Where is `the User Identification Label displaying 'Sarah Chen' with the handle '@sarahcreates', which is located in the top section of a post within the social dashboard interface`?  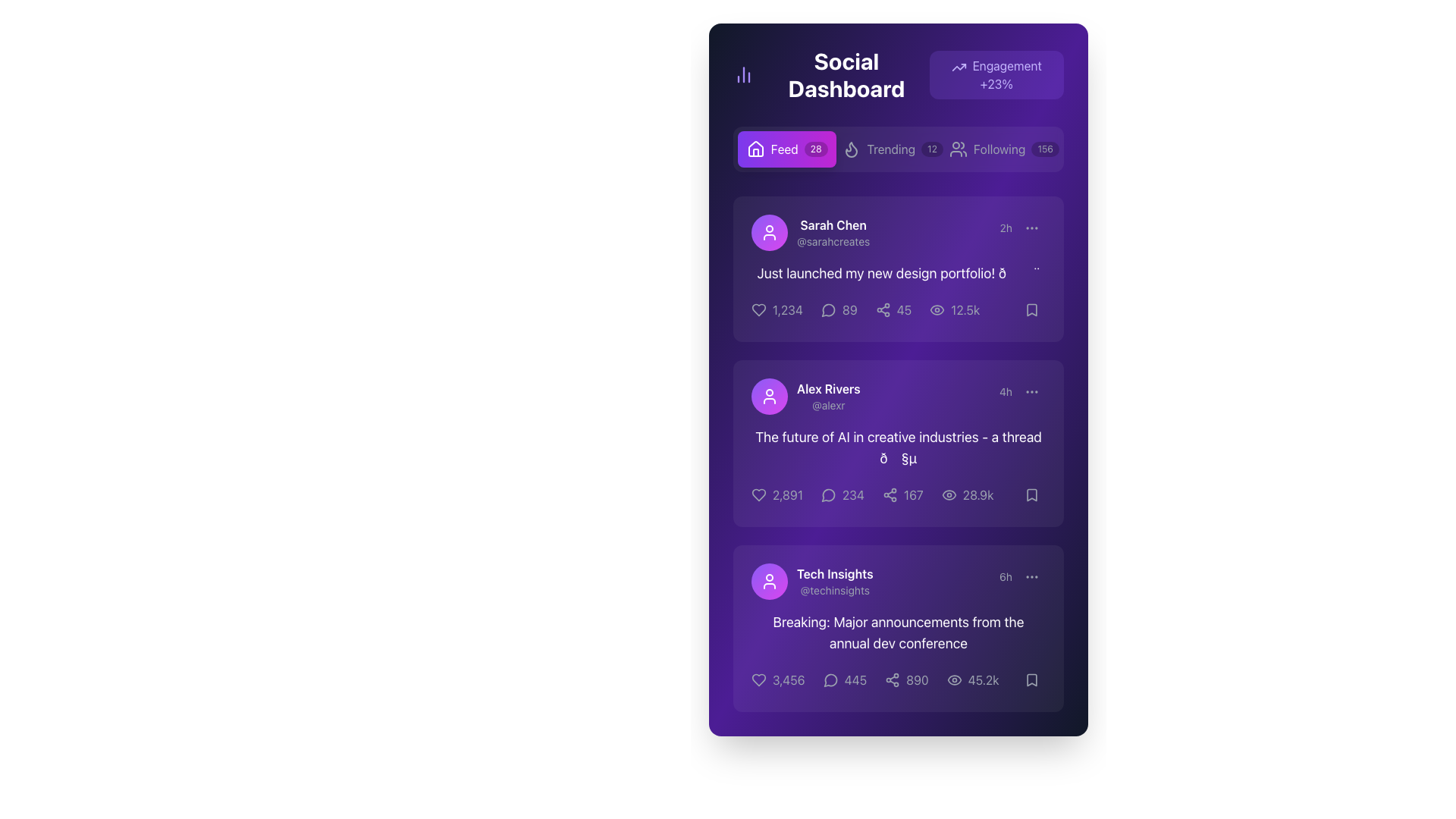 the User Identification Label displaying 'Sarah Chen' with the handle '@sarahcreates', which is located in the top section of a post within the social dashboard interface is located at coordinates (833, 233).